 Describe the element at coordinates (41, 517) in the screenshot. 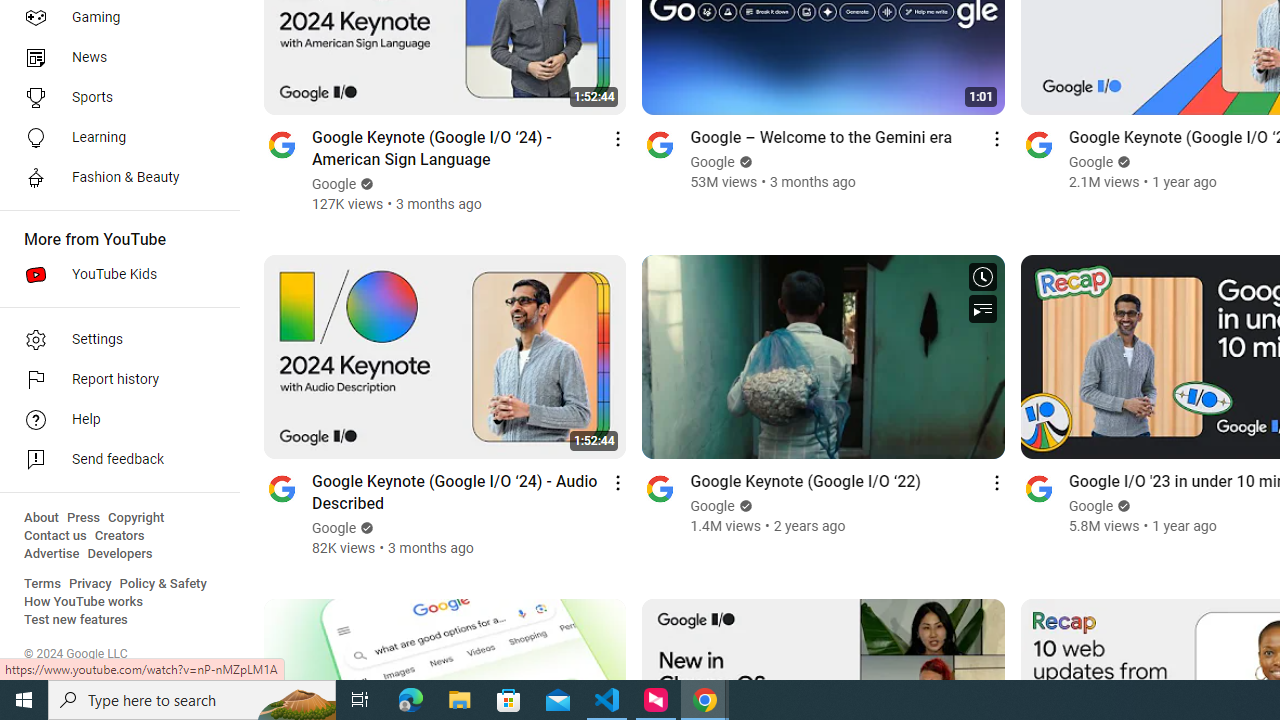

I see `'About'` at that location.